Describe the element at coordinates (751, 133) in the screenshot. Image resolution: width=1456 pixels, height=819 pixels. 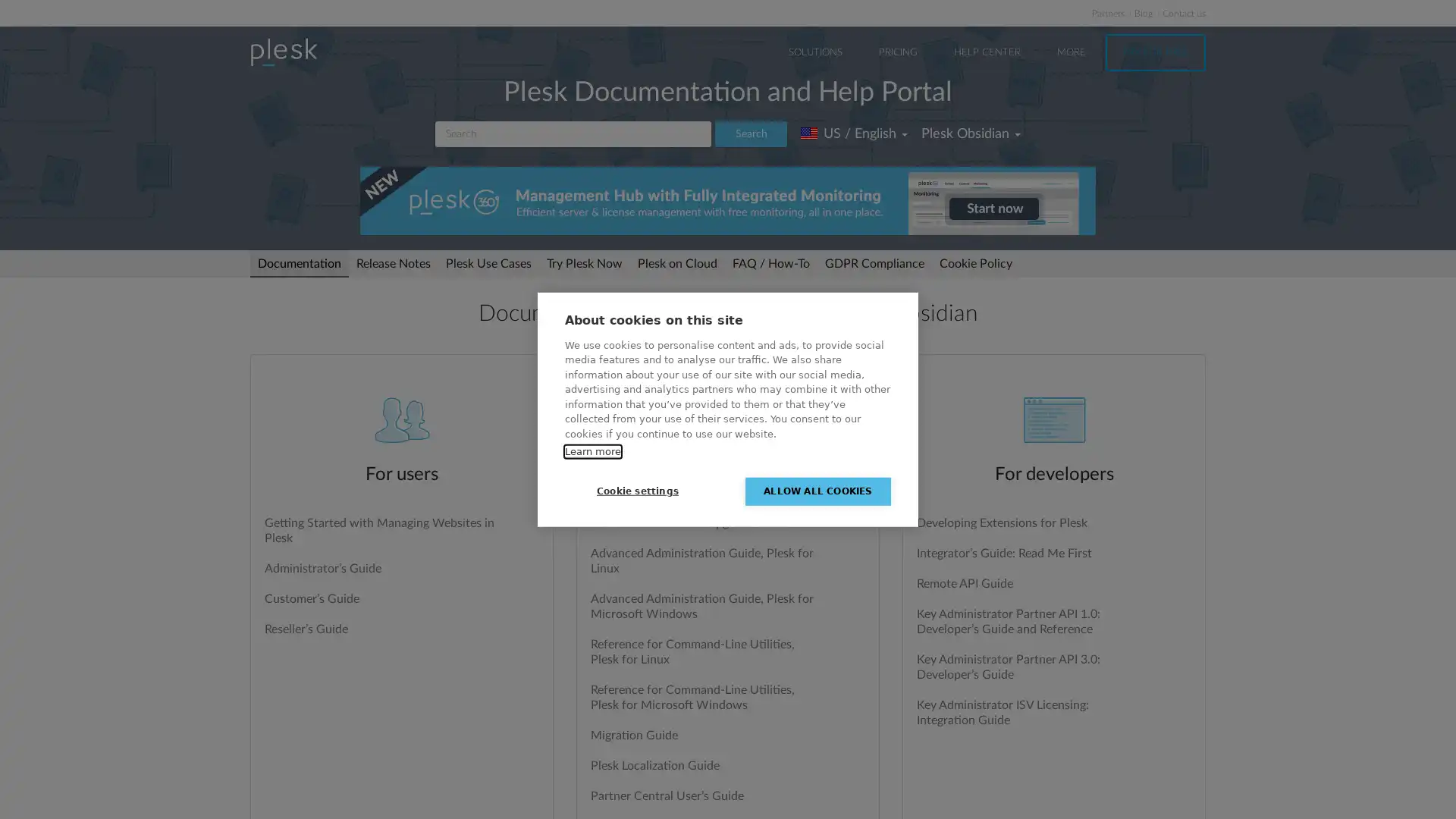
I see `Search` at that location.